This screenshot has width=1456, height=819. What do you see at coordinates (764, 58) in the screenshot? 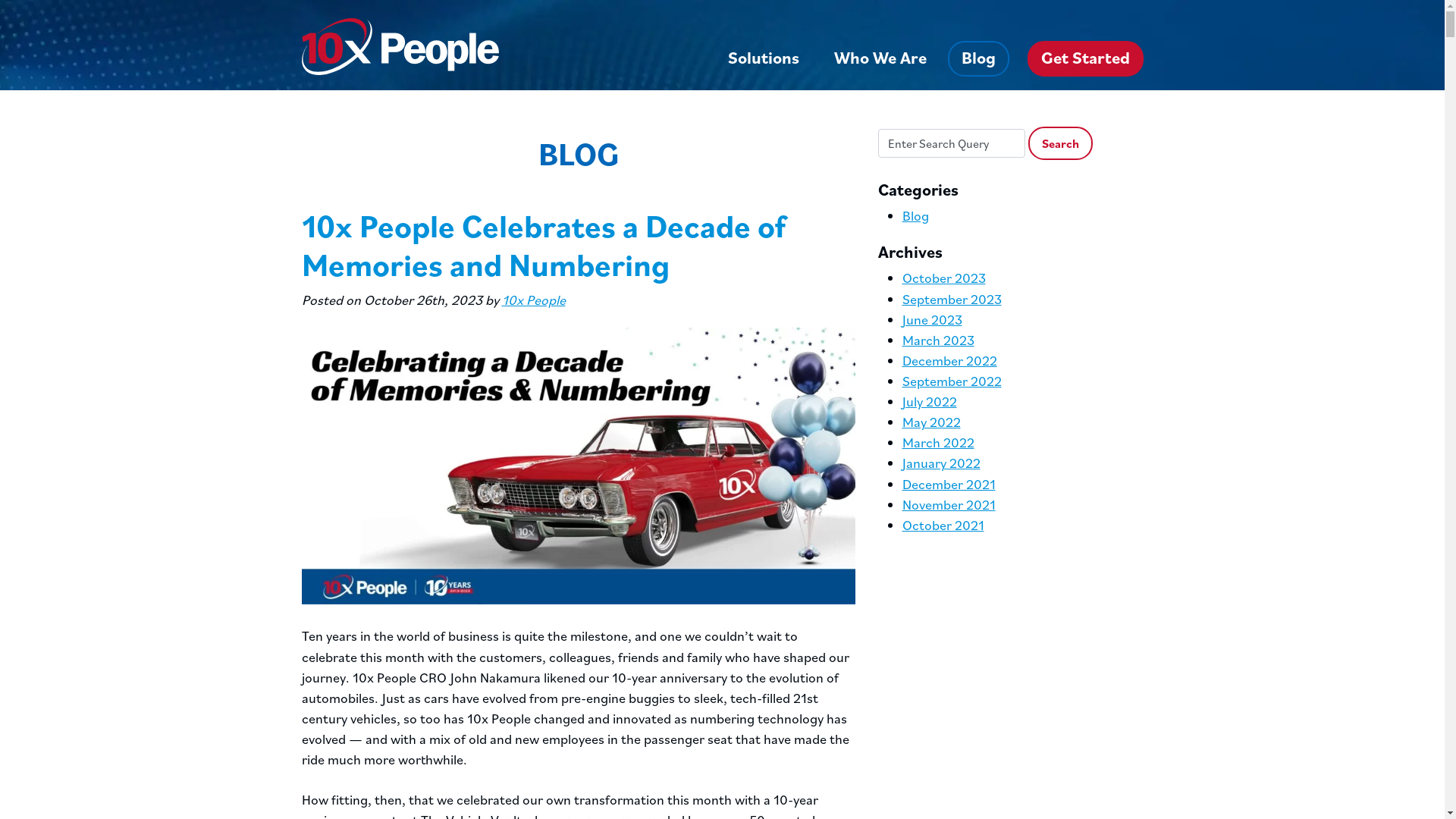
I see `'Solutions'` at bounding box center [764, 58].